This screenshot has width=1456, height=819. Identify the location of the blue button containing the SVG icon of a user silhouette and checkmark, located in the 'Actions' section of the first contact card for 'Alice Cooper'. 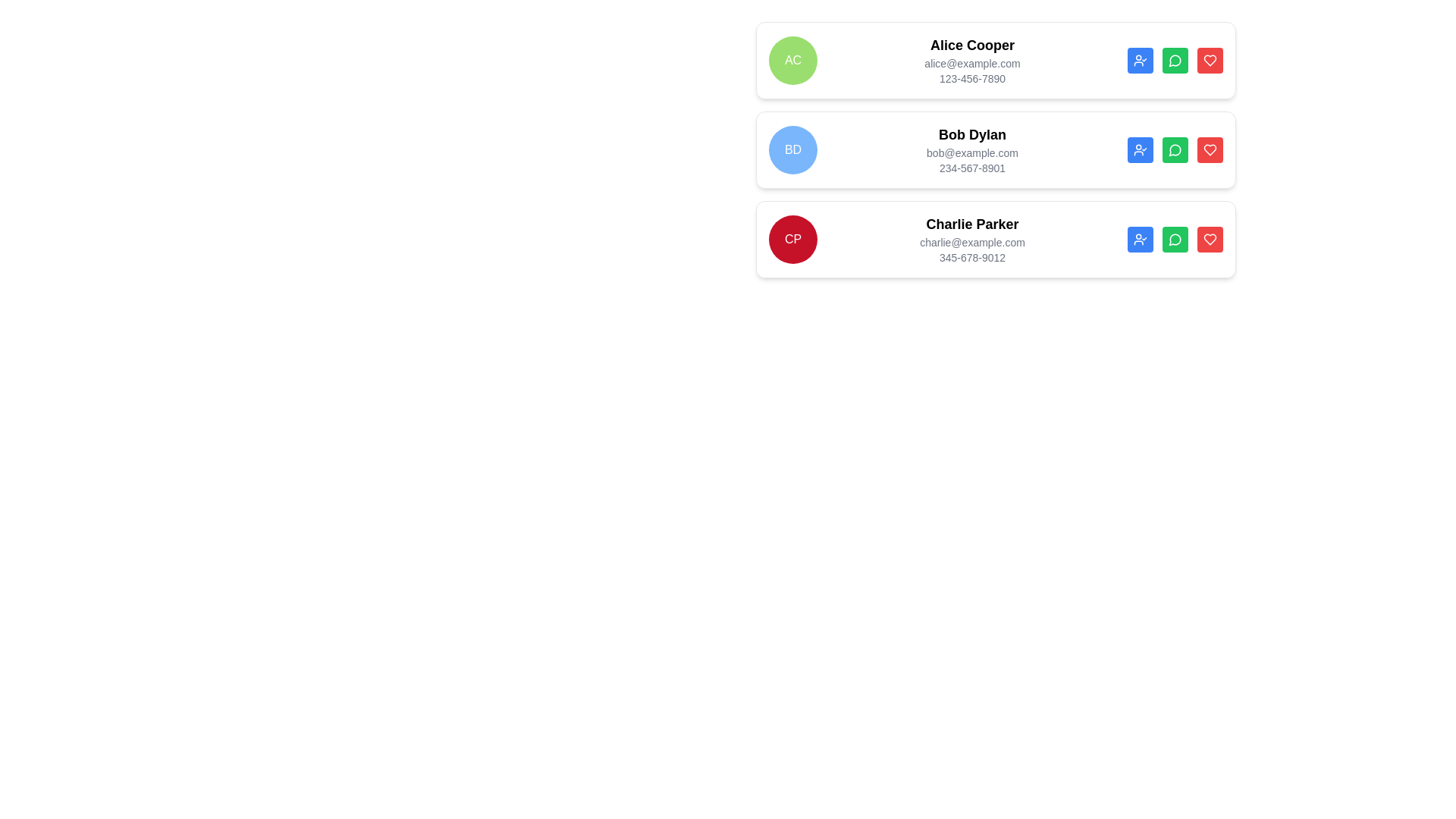
(1140, 60).